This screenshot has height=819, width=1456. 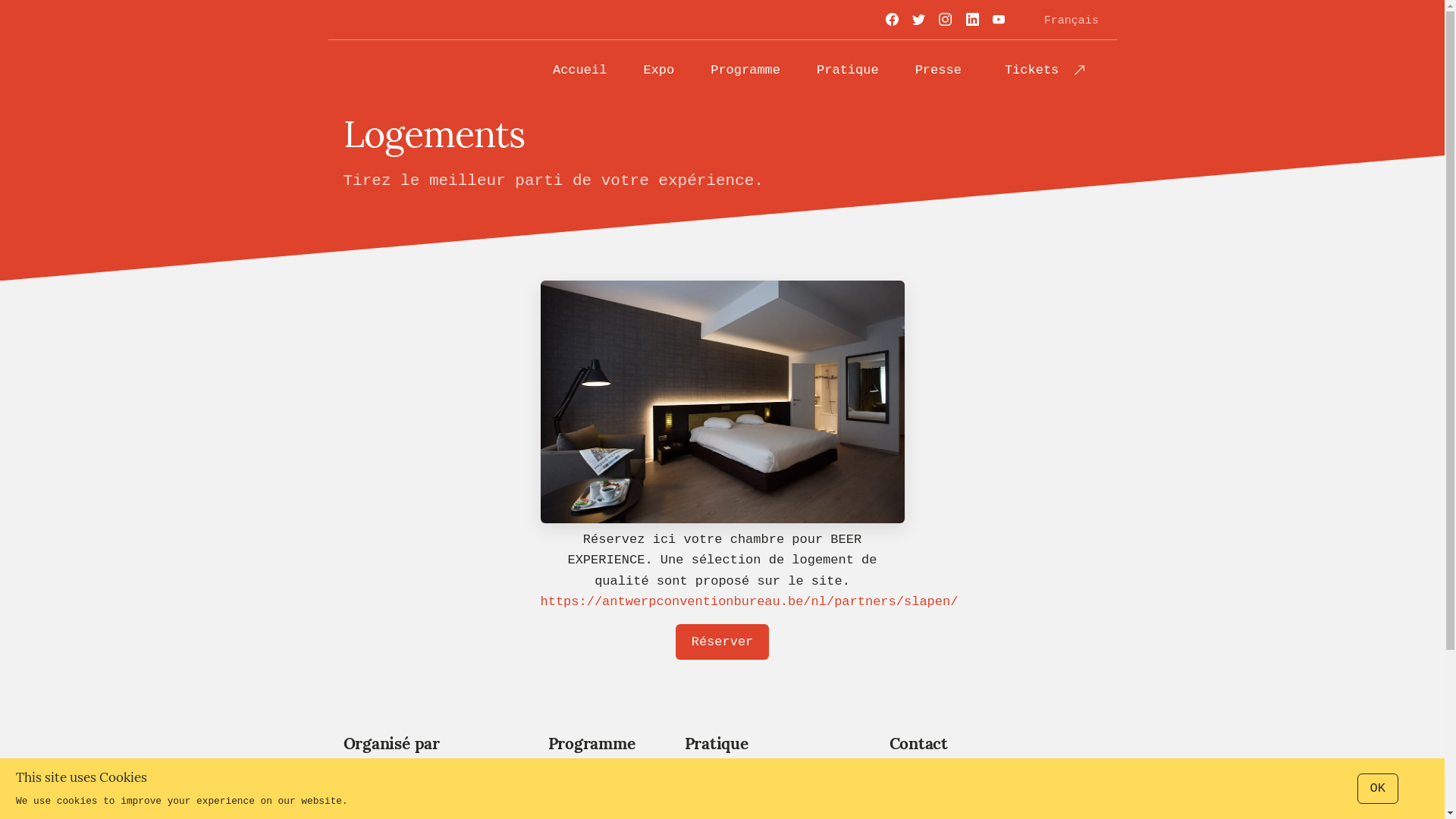 I want to click on 'Tickets', so click(x=1044, y=70).